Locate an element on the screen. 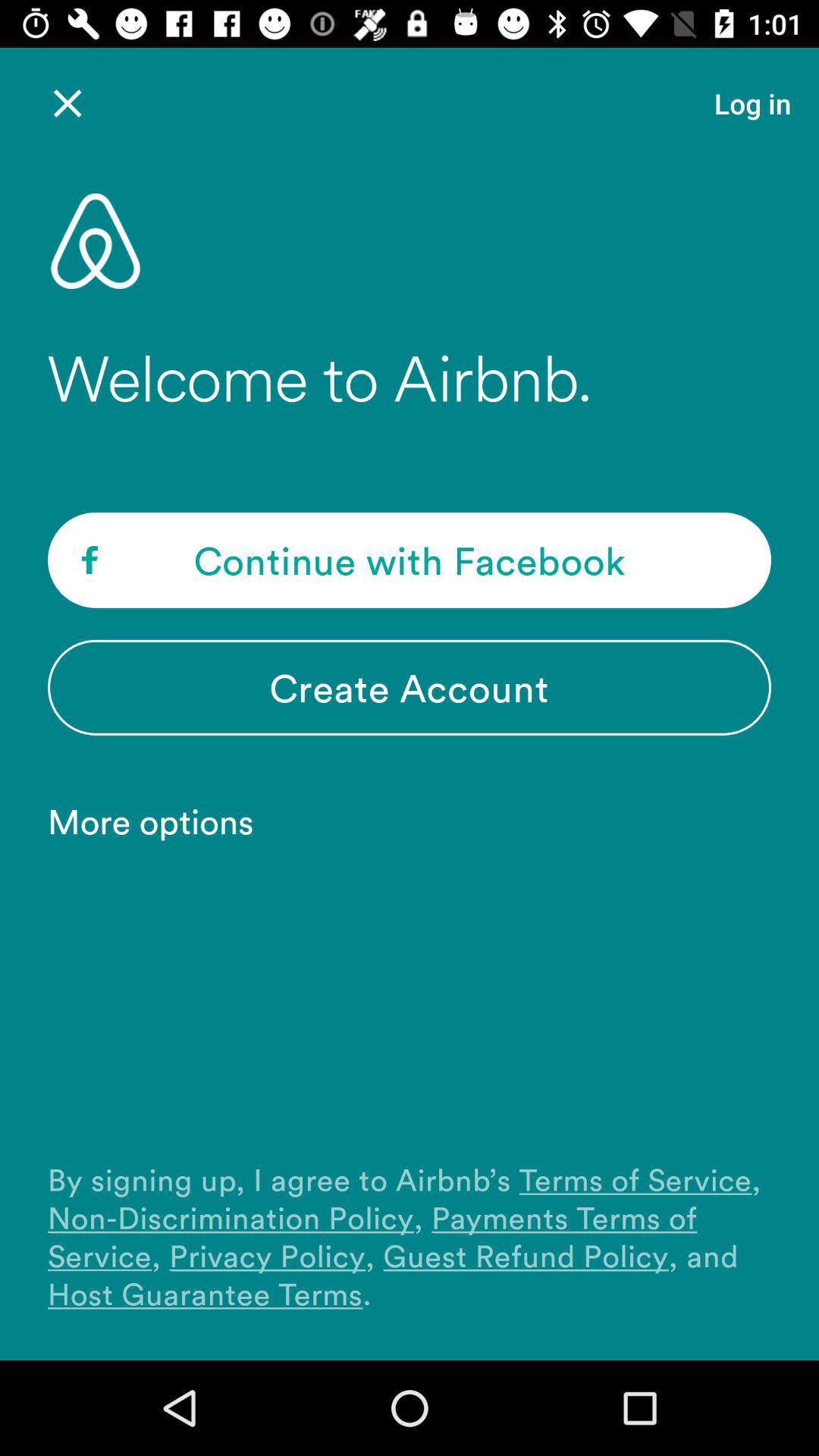 The width and height of the screenshot is (819, 1456). the item below more options item is located at coordinates (409, 1236).